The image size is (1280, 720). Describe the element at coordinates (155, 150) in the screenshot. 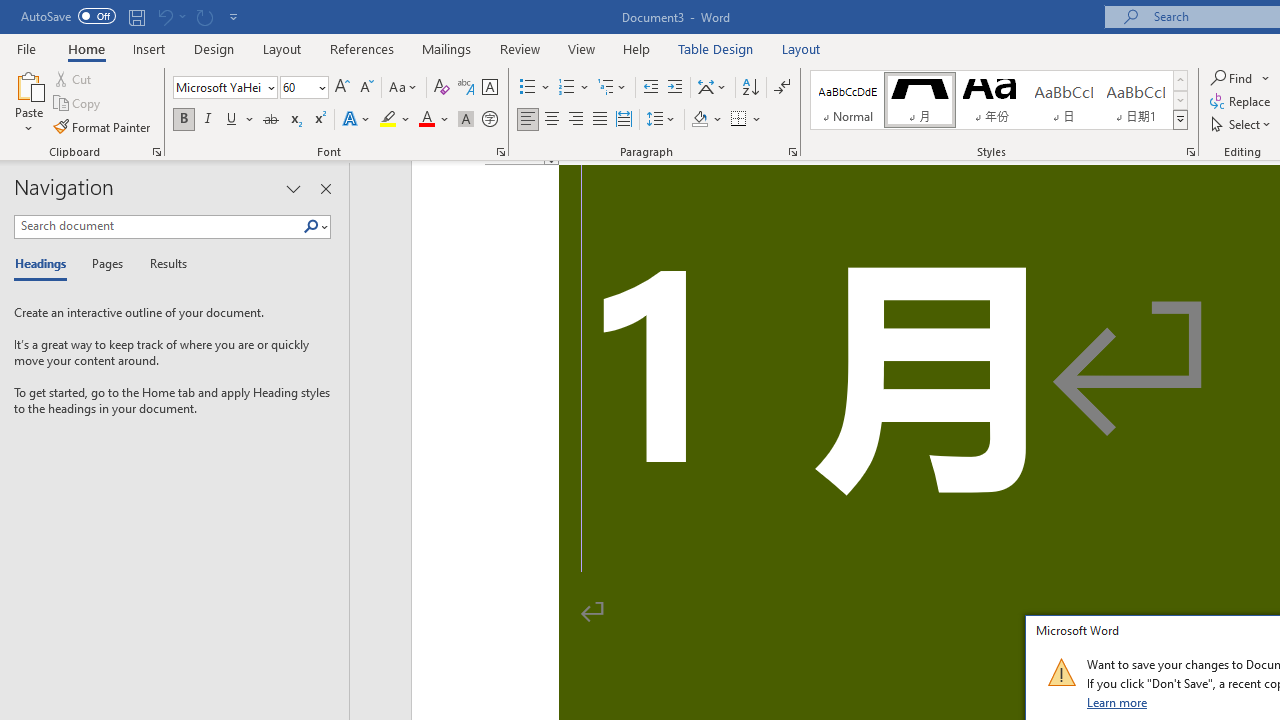

I see `'Office Clipboard...'` at that location.